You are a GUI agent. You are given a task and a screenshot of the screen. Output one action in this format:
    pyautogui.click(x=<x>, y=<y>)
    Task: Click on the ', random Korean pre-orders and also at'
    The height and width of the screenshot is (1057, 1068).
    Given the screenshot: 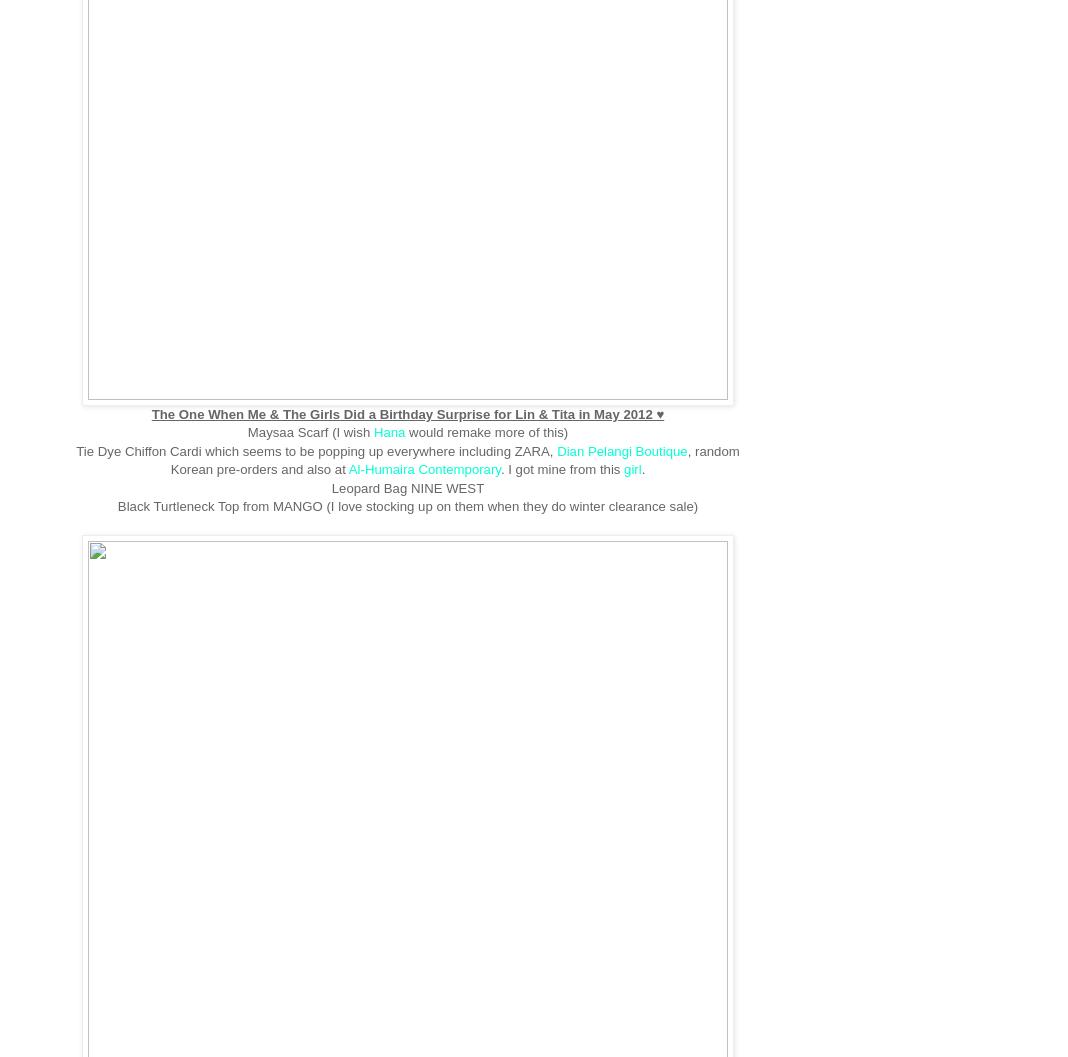 What is the action you would take?
    pyautogui.click(x=454, y=460)
    